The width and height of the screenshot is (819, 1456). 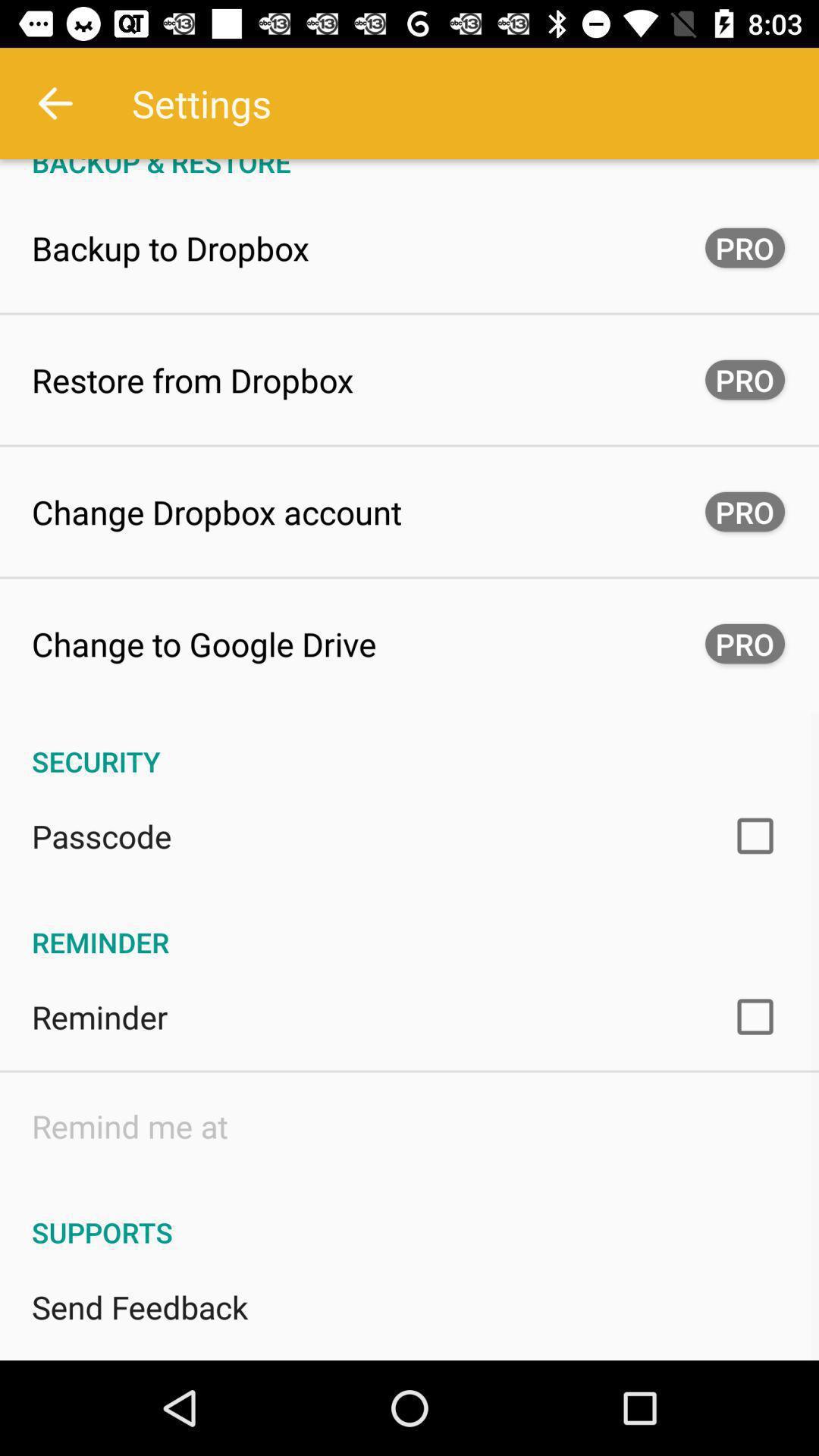 What do you see at coordinates (140, 1306) in the screenshot?
I see `send feedback icon` at bounding box center [140, 1306].